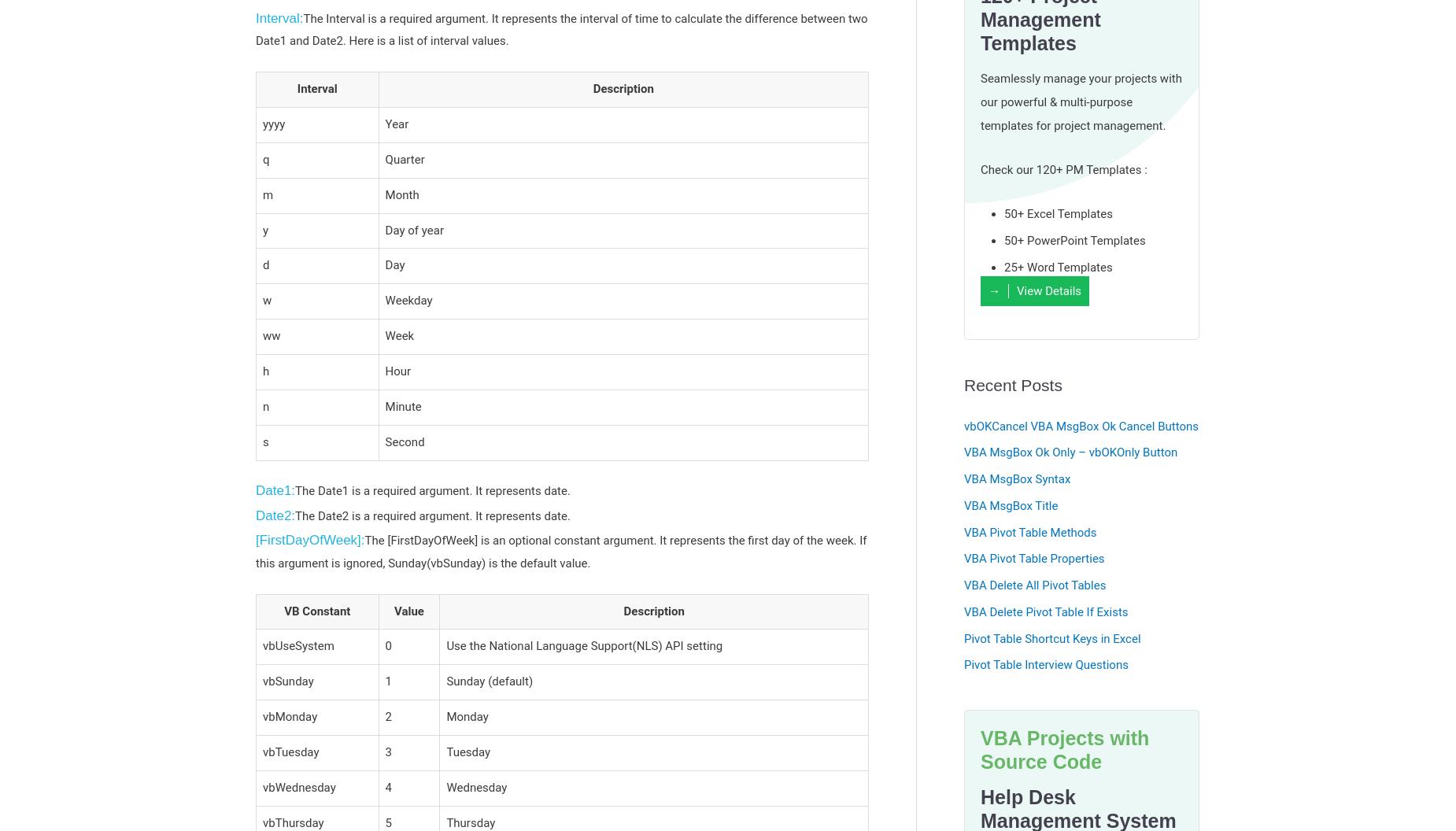 This screenshot has height=831, width=1456. I want to click on 'h', so click(264, 369).